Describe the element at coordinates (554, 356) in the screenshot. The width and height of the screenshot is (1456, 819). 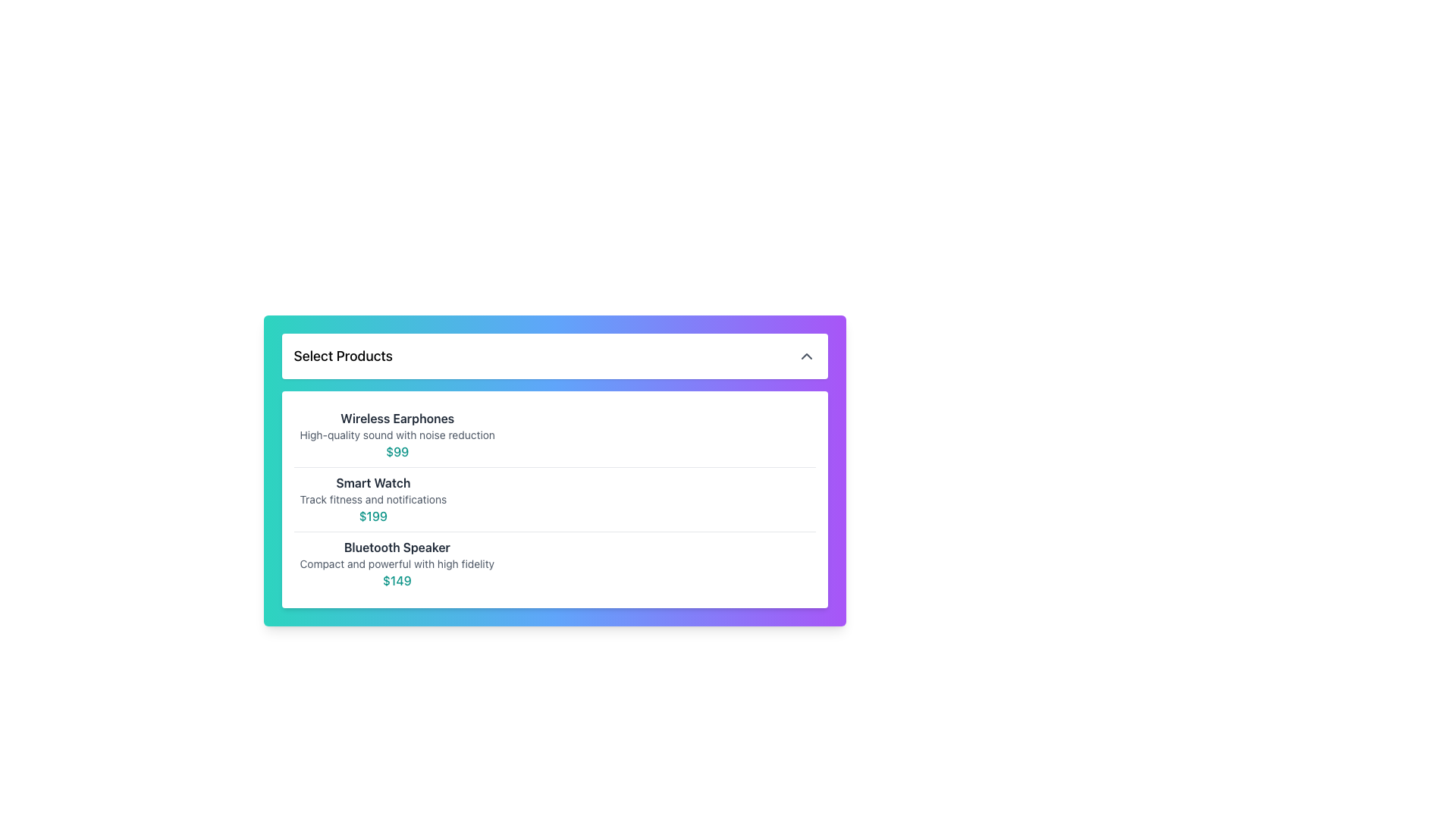
I see `the Collapsible Header element which serves as a trigger to expand or collapse the product list for accessibility purposes` at that location.